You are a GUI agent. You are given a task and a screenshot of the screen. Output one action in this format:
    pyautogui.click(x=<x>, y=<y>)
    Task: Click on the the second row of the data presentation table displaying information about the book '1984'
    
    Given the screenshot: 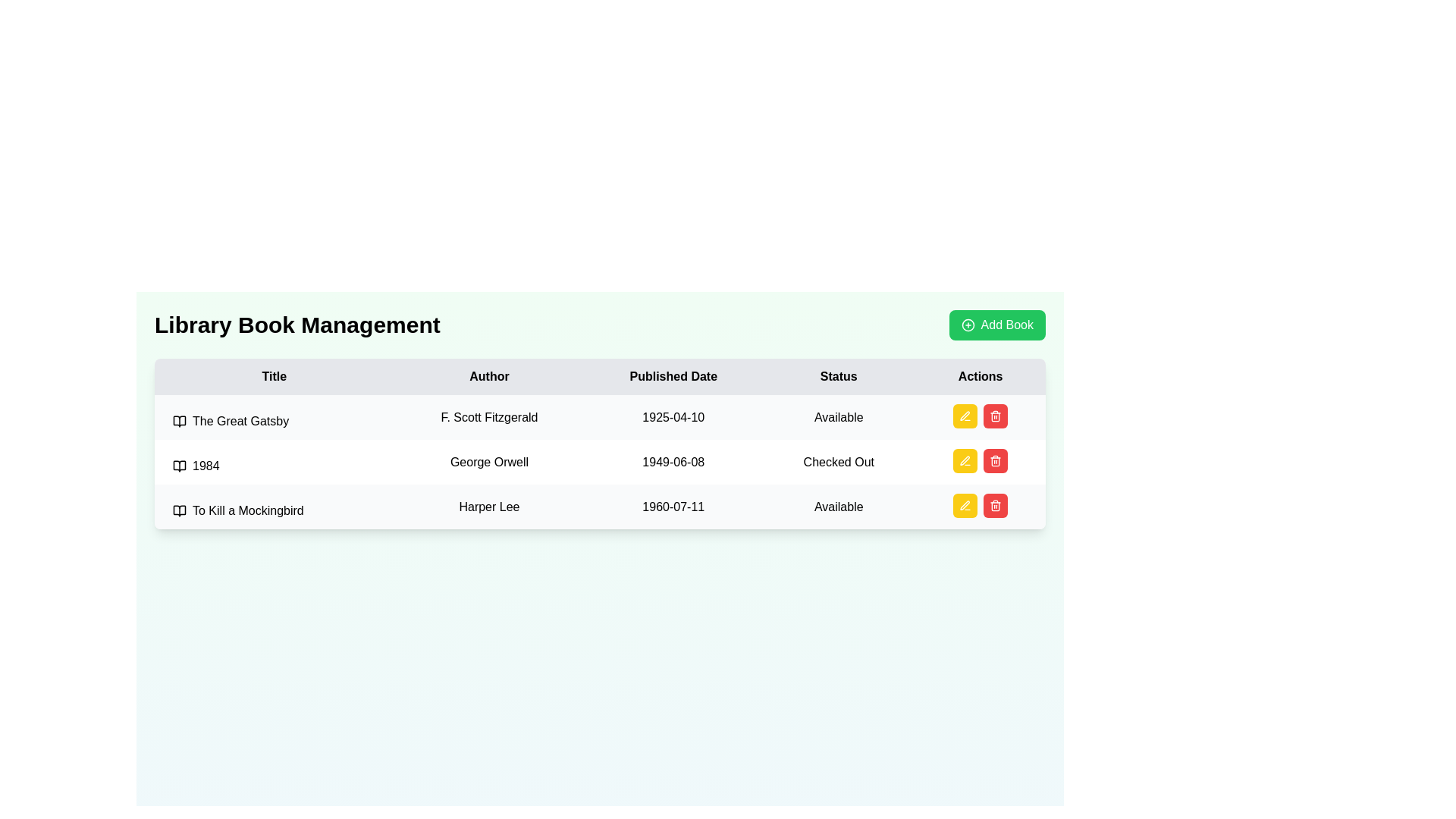 What is the action you would take?
    pyautogui.click(x=599, y=461)
    